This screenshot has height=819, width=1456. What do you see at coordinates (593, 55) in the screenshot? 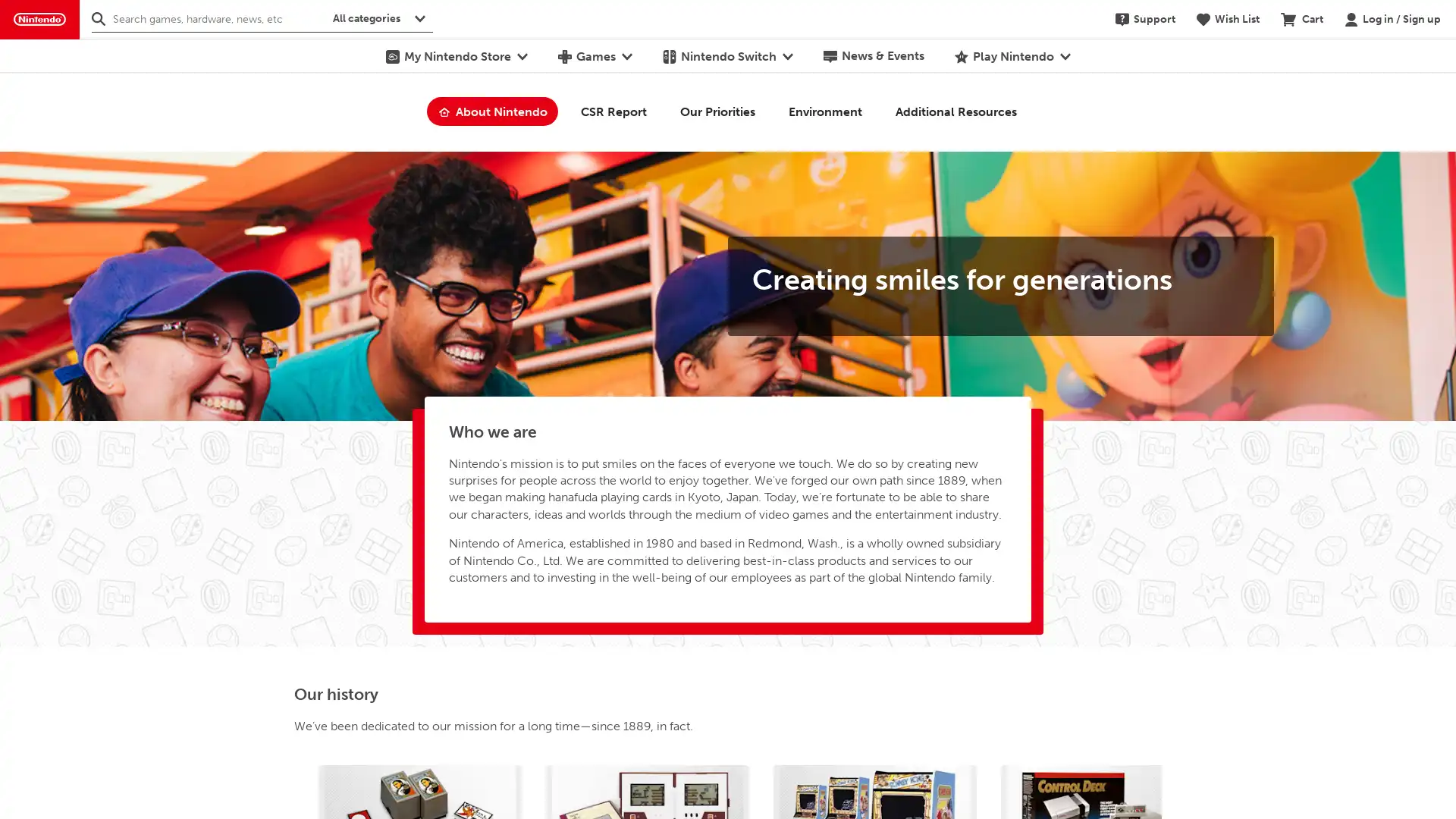
I see `Games` at bounding box center [593, 55].